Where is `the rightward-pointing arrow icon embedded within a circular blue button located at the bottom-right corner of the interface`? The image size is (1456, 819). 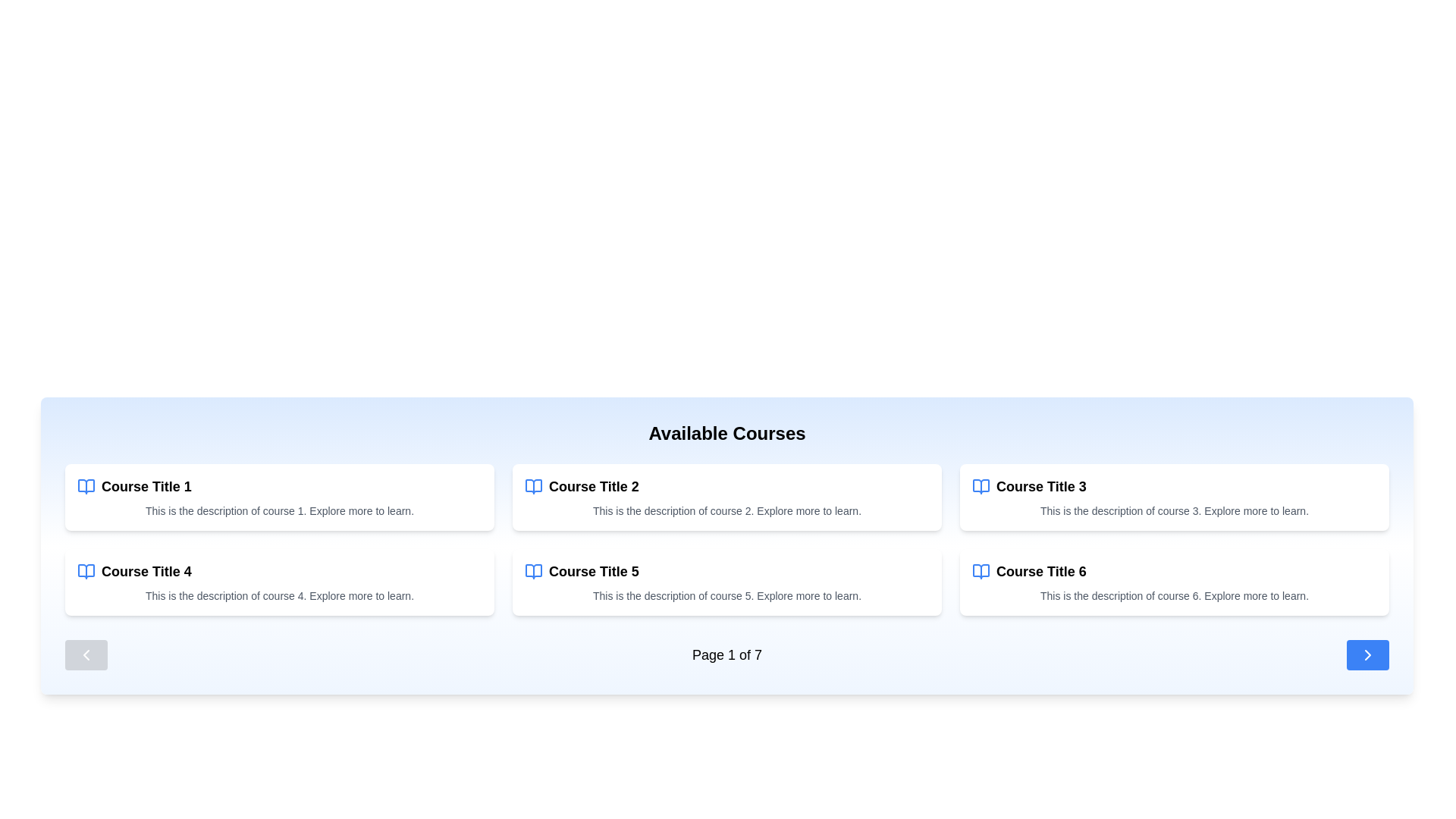
the rightward-pointing arrow icon embedded within a circular blue button located at the bottom-right corner of the interface is located at coordinates (1368, 654).